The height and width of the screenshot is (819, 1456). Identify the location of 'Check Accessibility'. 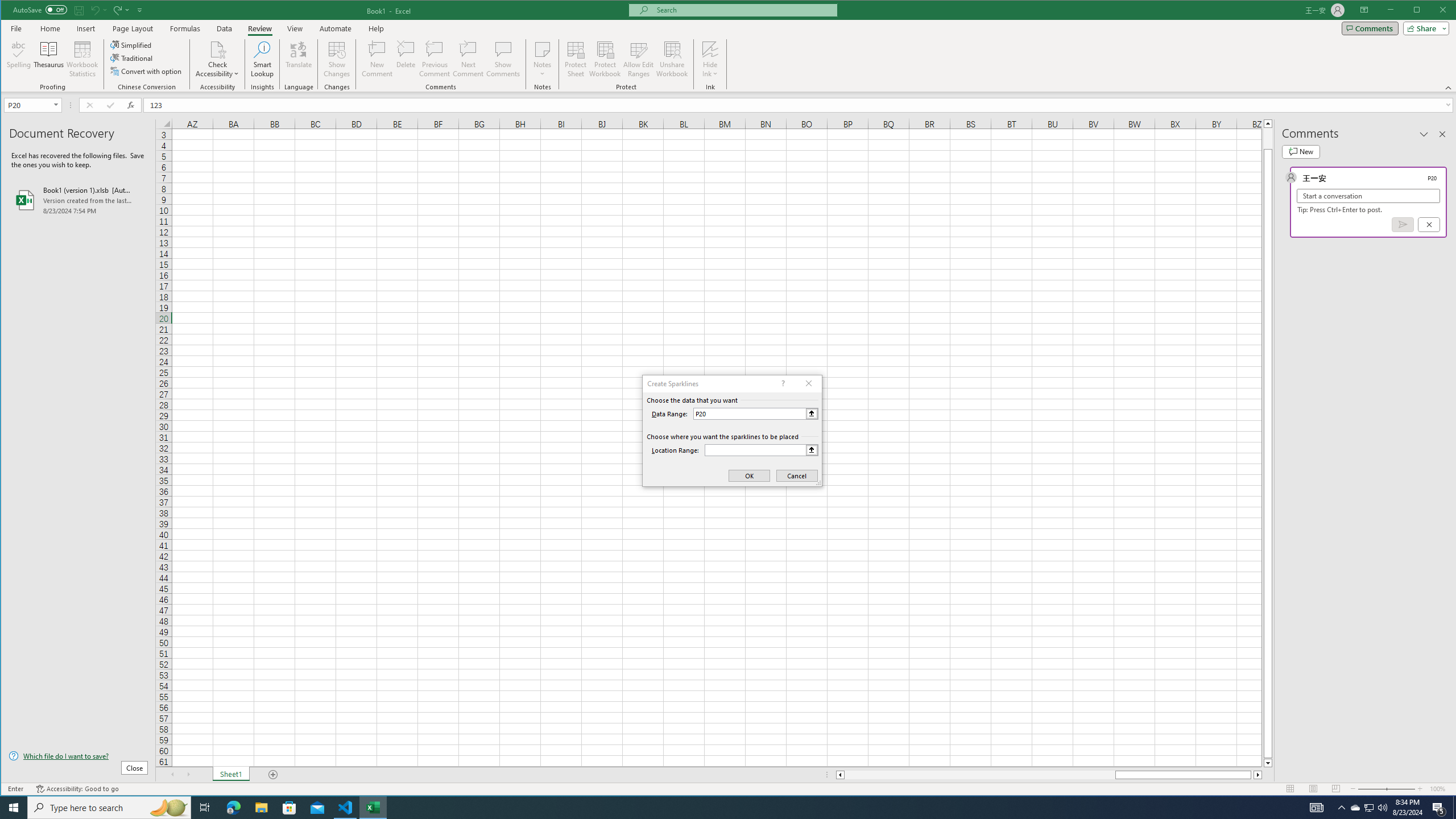
(217, 48).